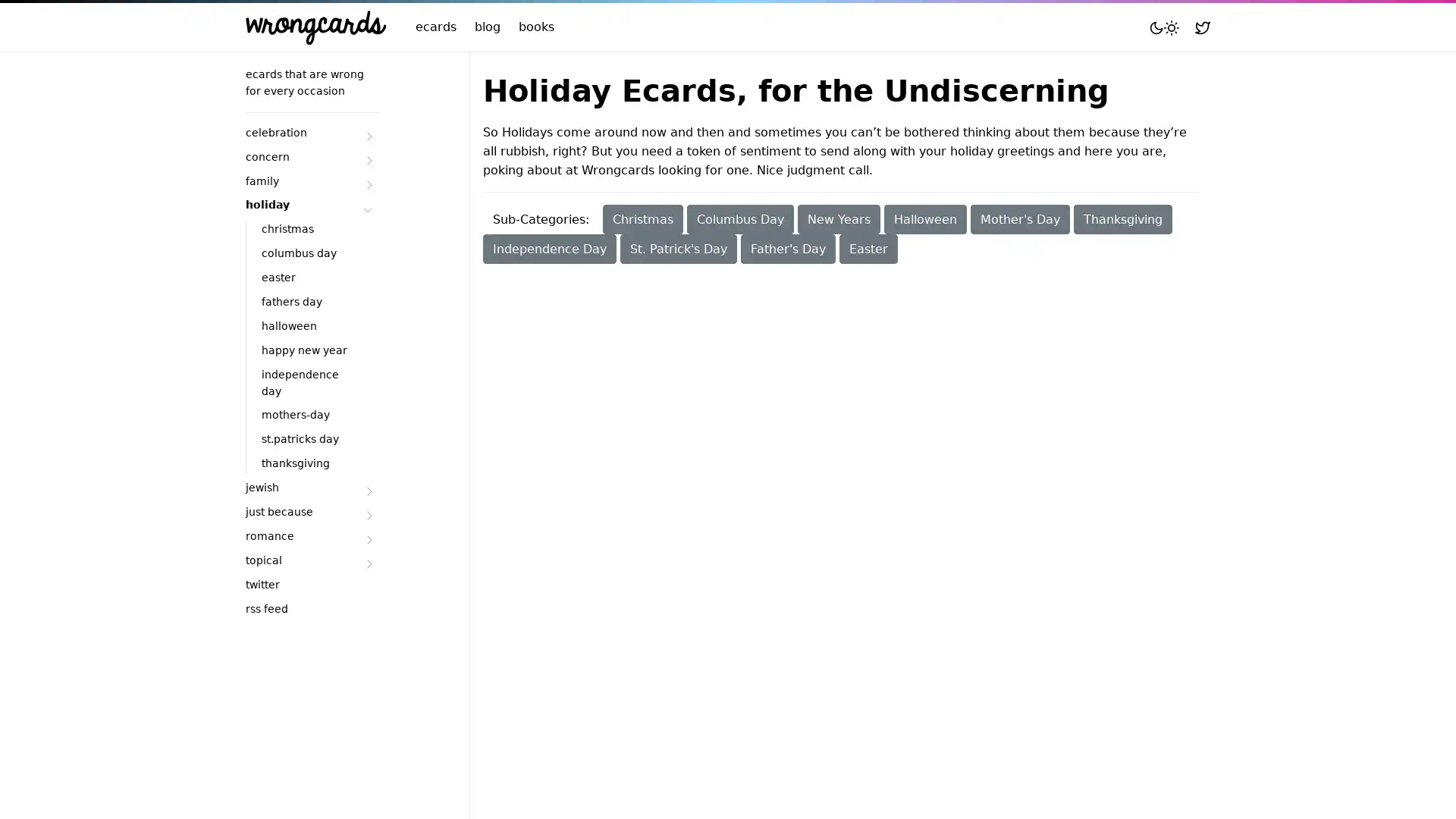 The height and width of the screenshot is (819, 1456). I want to click on Submenu, so click(367, 514).